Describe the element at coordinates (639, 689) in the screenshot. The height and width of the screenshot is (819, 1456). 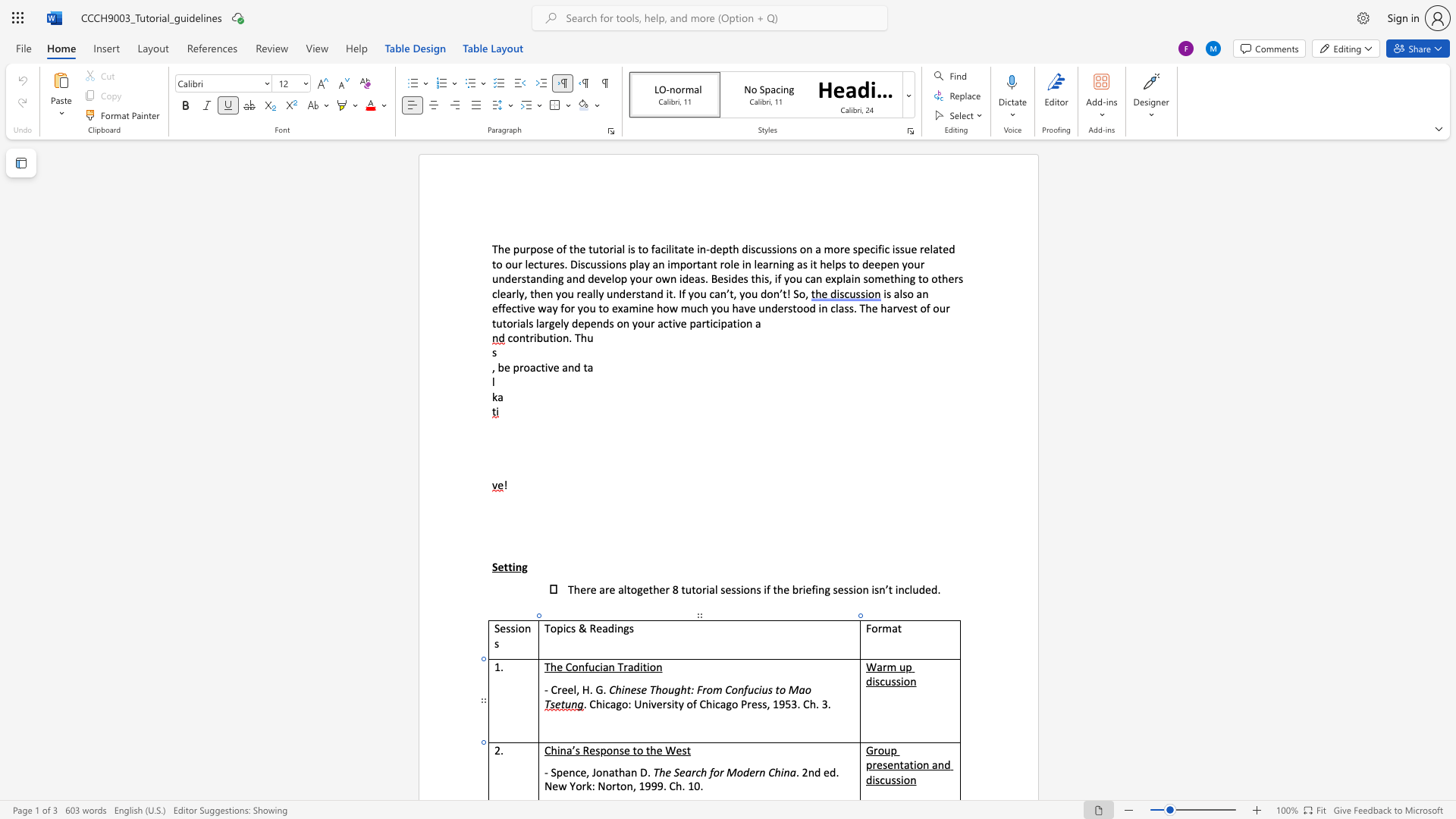
I see `the 1th character "s" in the text` at that location.